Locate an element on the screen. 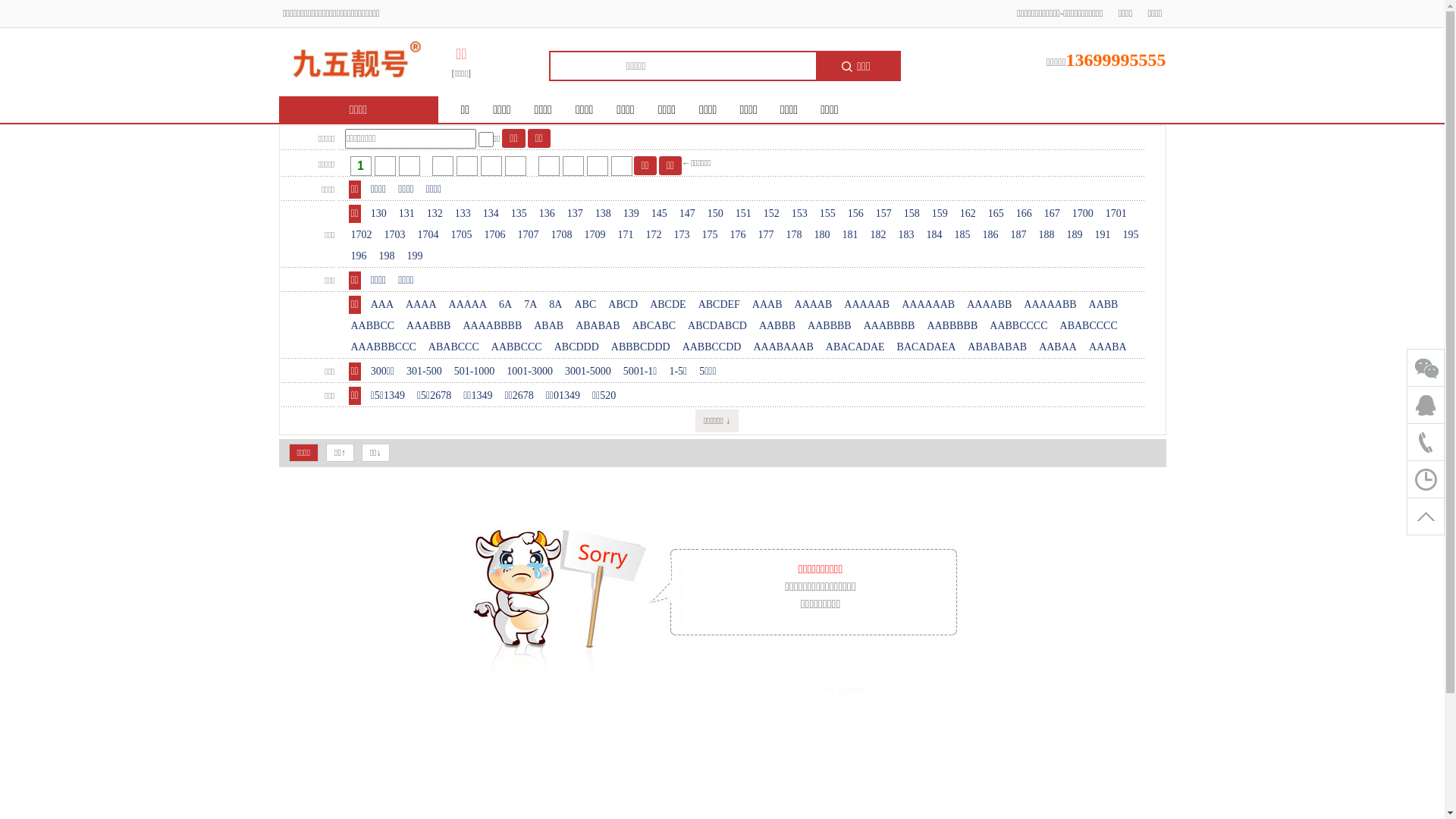 This screenshot has height=819, width=1456. '176' is located at coordinates (738, 234).